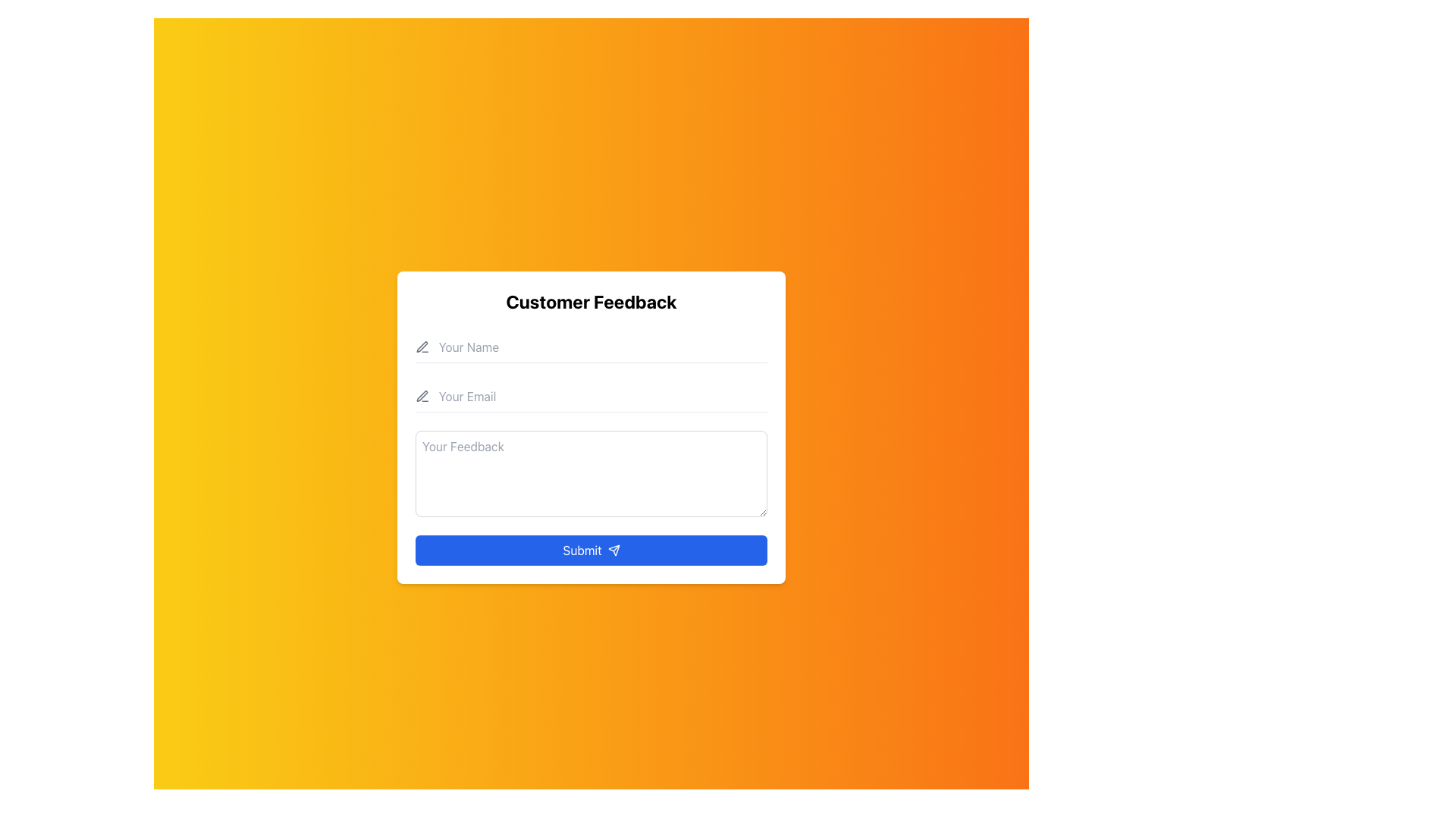 This screenshot has width=1456, height=819. I want to click on the 'Submit' button at the bottom of the form, so click(590, 550).